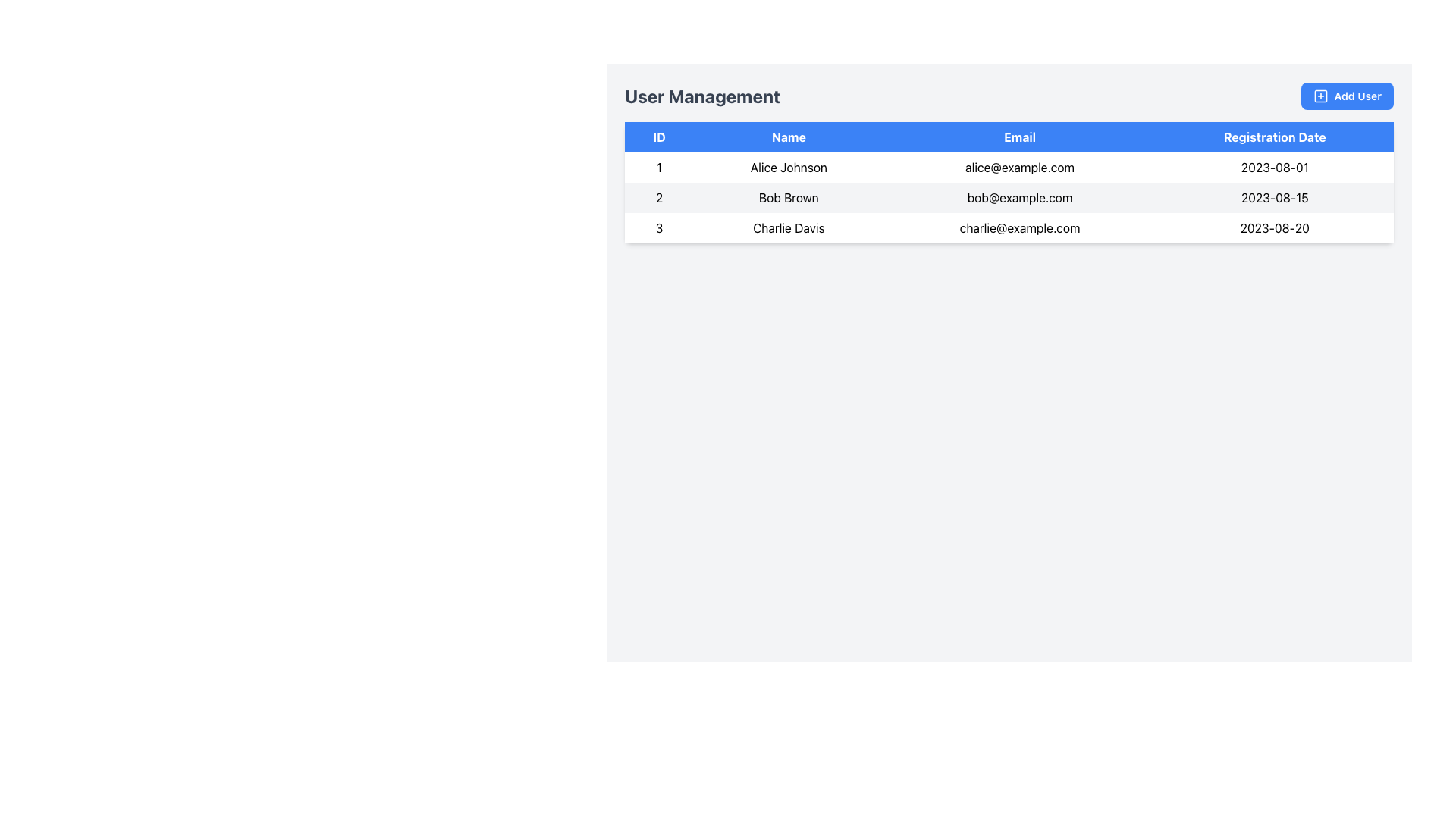 The image size is (1456, 819). Describe the element at coordinates (789, 197) in the screenshot. I see `the text label 'Bob Brown' in the second row of the table under the 'Name' column, which is styled in medium-sized black text on a light gray background` at that location.